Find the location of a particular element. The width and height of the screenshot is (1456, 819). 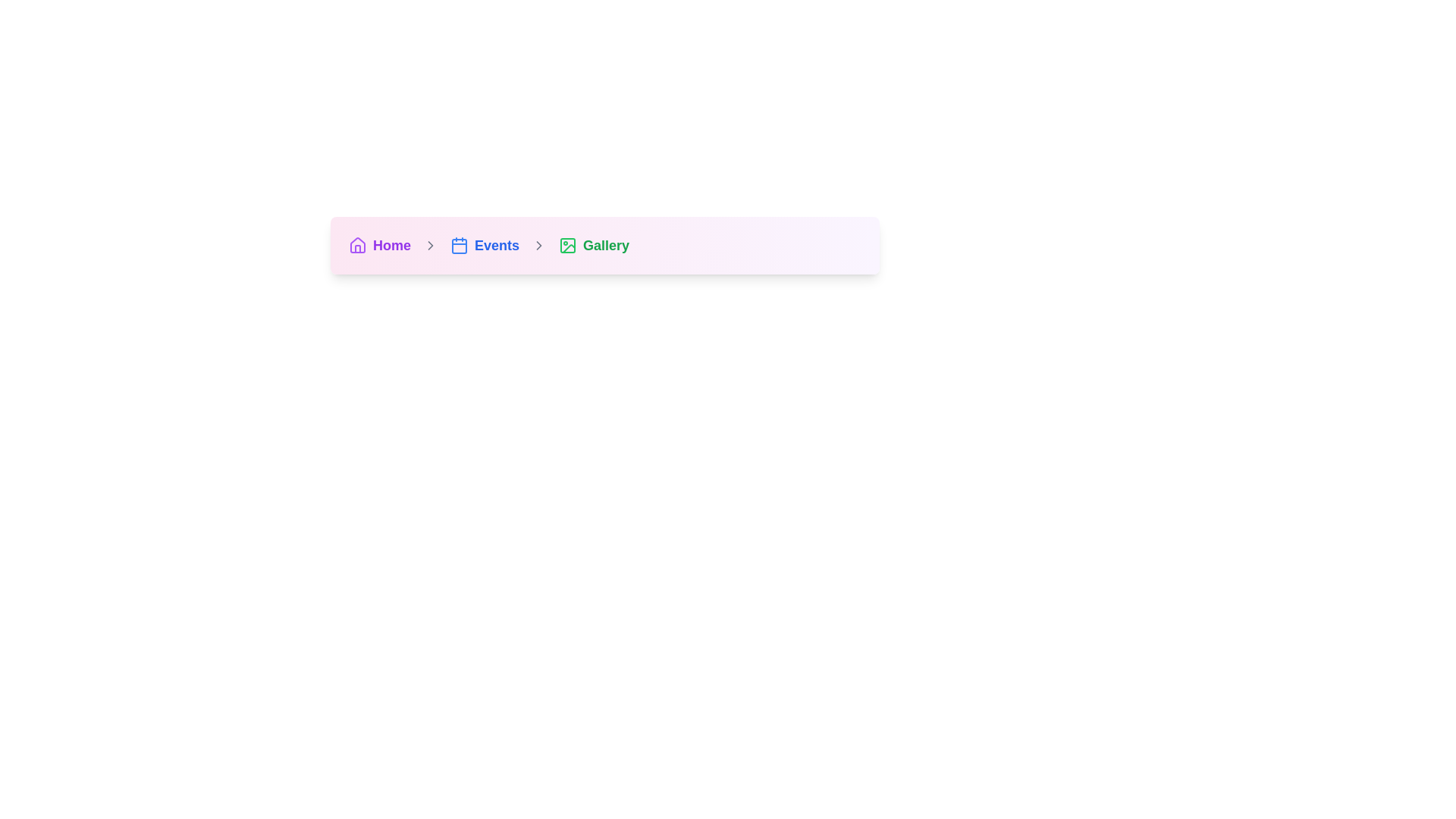

the right-facing chevron arrow icon that separates sections in the breadcrumb navigation interface, located to the right of the 'Events' breadcrumb is located at coordinates (429, 245).